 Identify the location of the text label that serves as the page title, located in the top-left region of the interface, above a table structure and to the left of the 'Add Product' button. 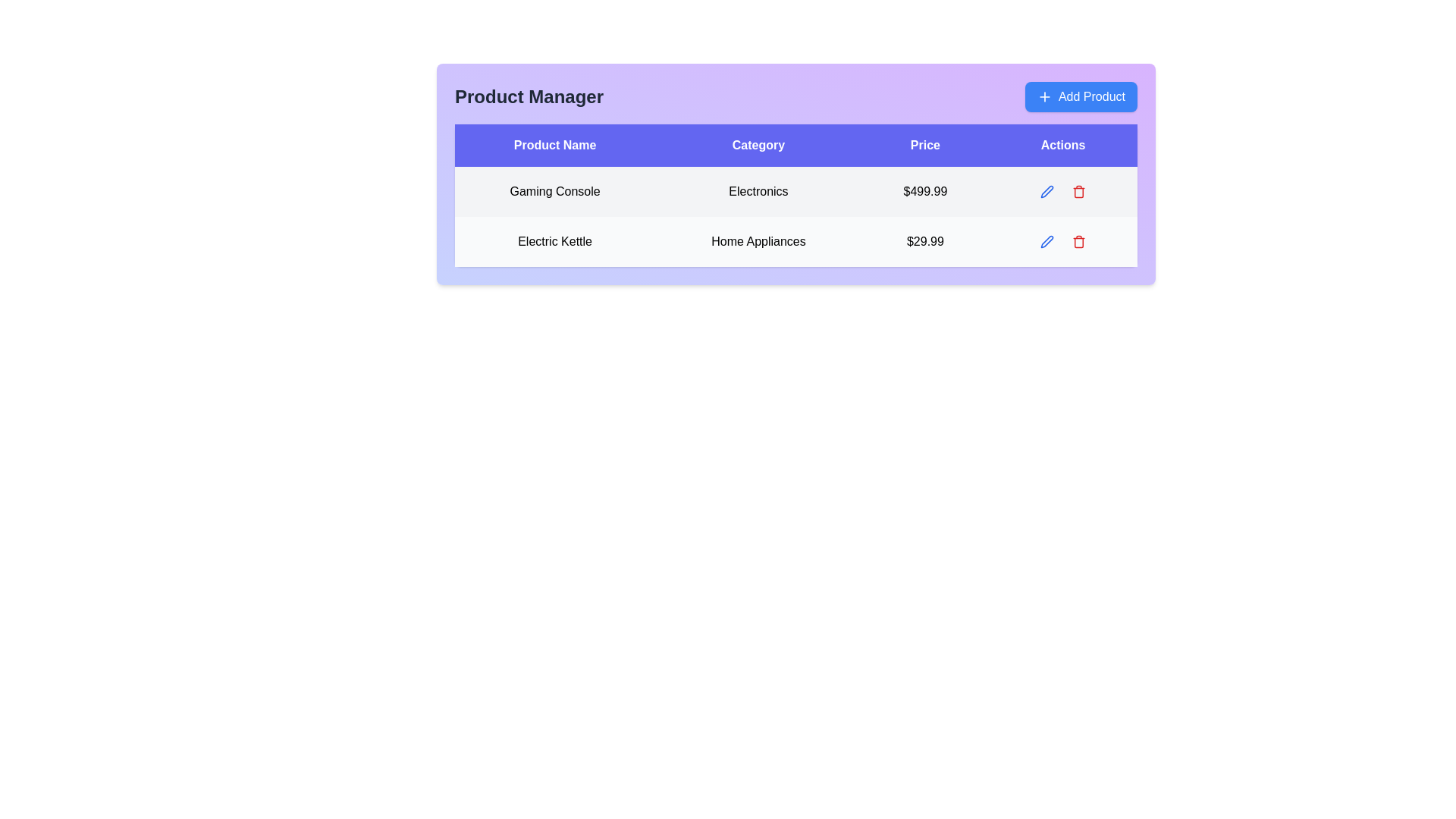
(529, 96).